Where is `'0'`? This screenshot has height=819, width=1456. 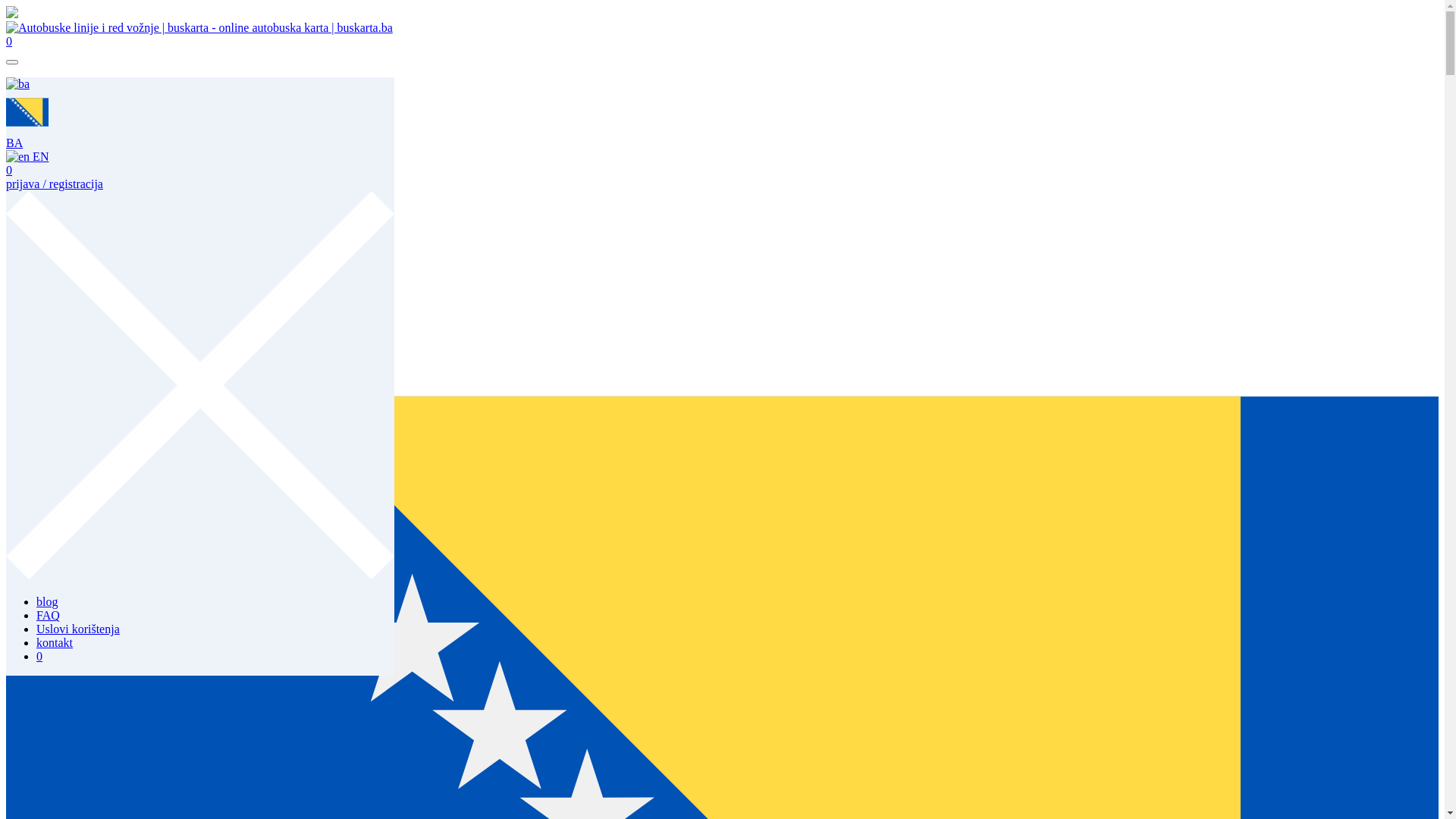
'0' is located at coordinates (39, 138).